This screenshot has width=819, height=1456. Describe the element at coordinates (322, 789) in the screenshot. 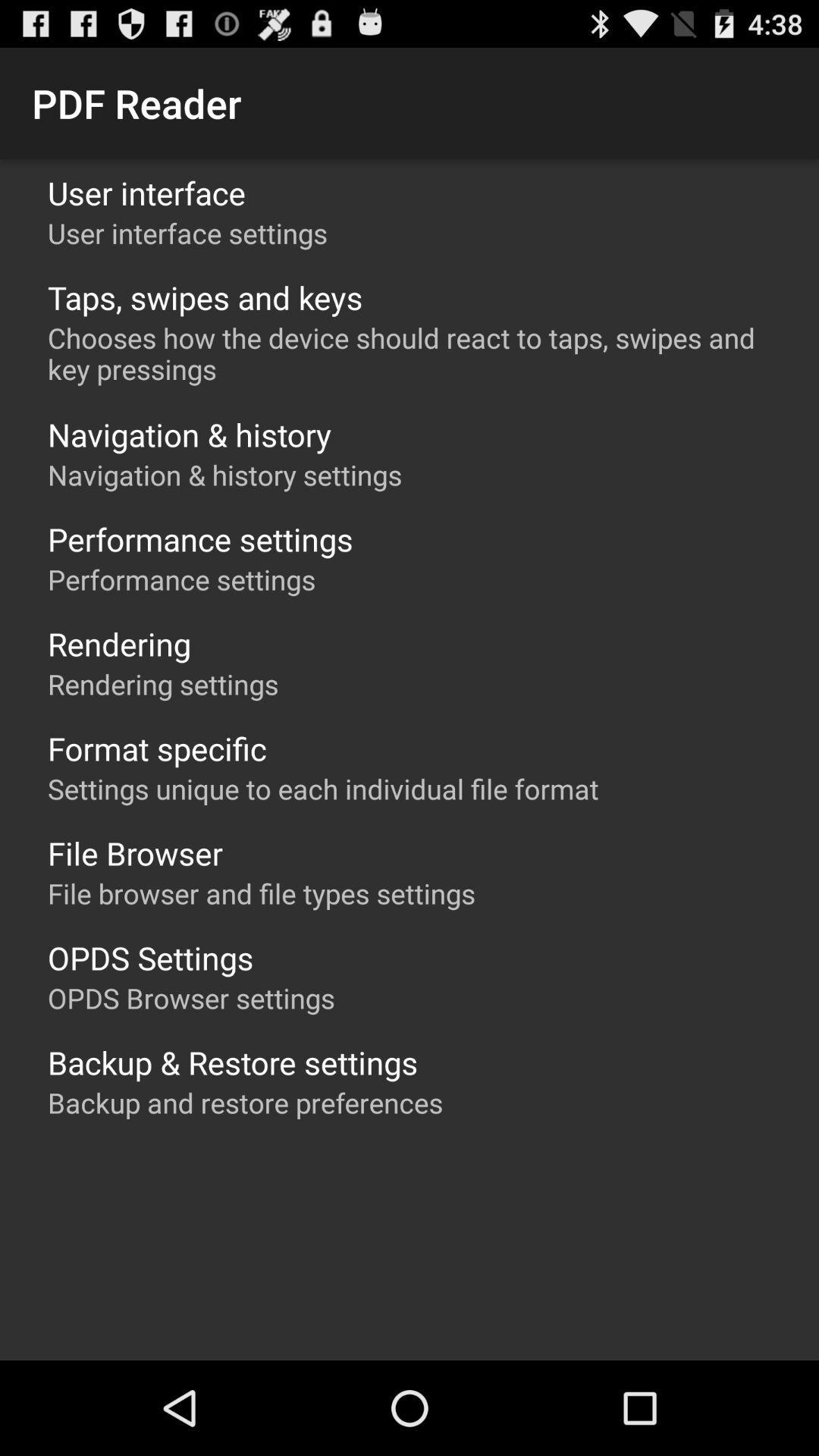

I see `the app at the center` at that location.